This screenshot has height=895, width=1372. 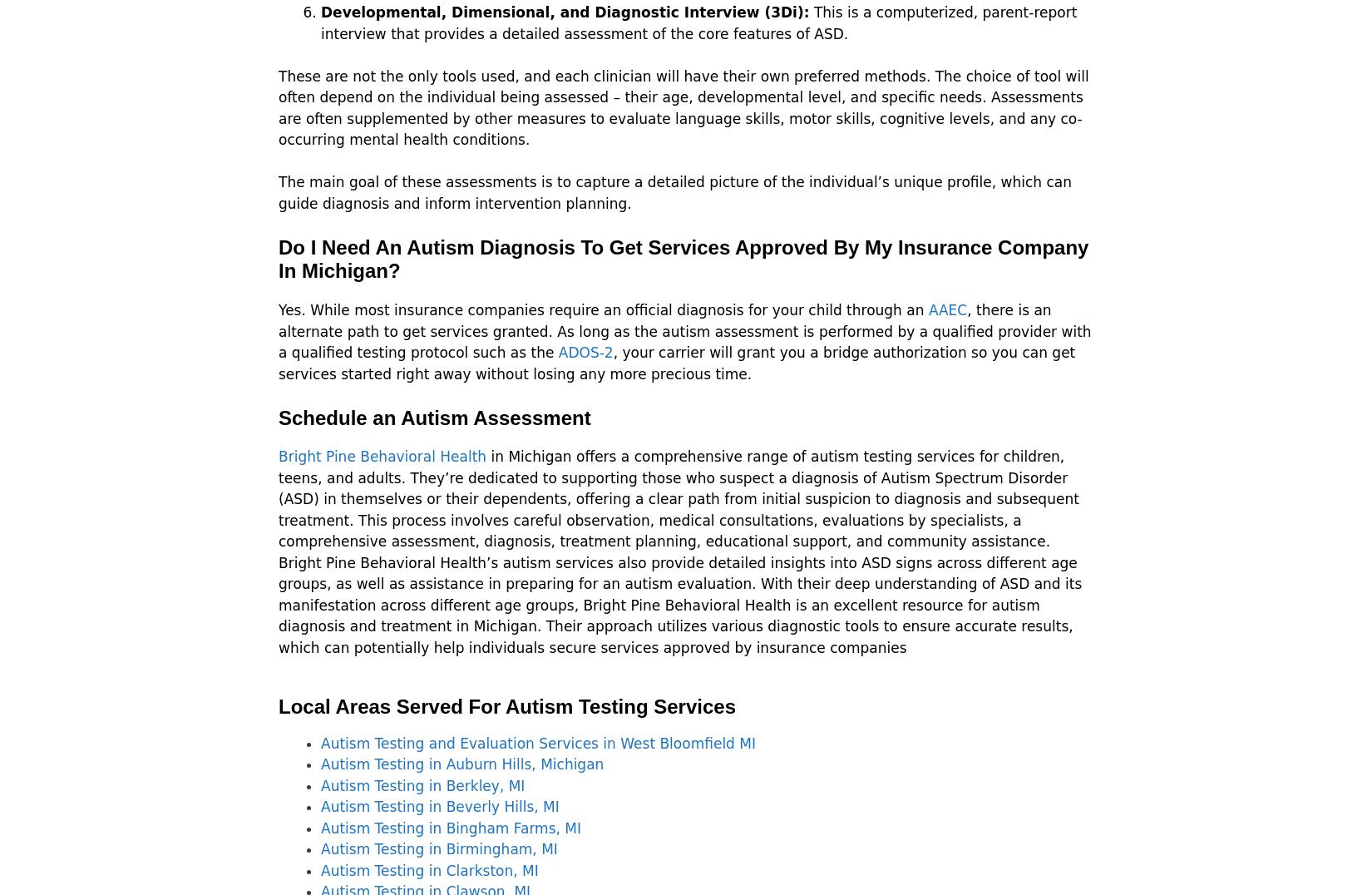 What do you see at coordinates (679, 551) in the screenshot?
I see `'in Michigan offers a comprehensive range of autism testing services for children, teens, and adults. They’re dedicated to supporting those who suspect a diagnosis of Autism Spectrum Disorder (ASD) in themselves or their dependents, offering a clear path from initial suspicion to diagnosis and subsequent treatment. This process involves careful observation, medical consultations, evaluations by specialists, a comprehensive assessment, diagnosis, treatment planning, educational support, and community assistance. Bright Pine Behavioral Health’s autism services also provide detailed insights into ASD signs across different age groups, as well as assistance in preparing for an autism evaluation. With their deep understanding of ASD and its manifestation across different age groups, Bright Pine Behavioral Health is an excellent resource for autism diagnosis and treatment in Michigan. Their approach utilizes various diagnostic tools to ensure accurate results, which can potentially help individuals secure services approved by insurance companies'` at bounding box center [679, 551].